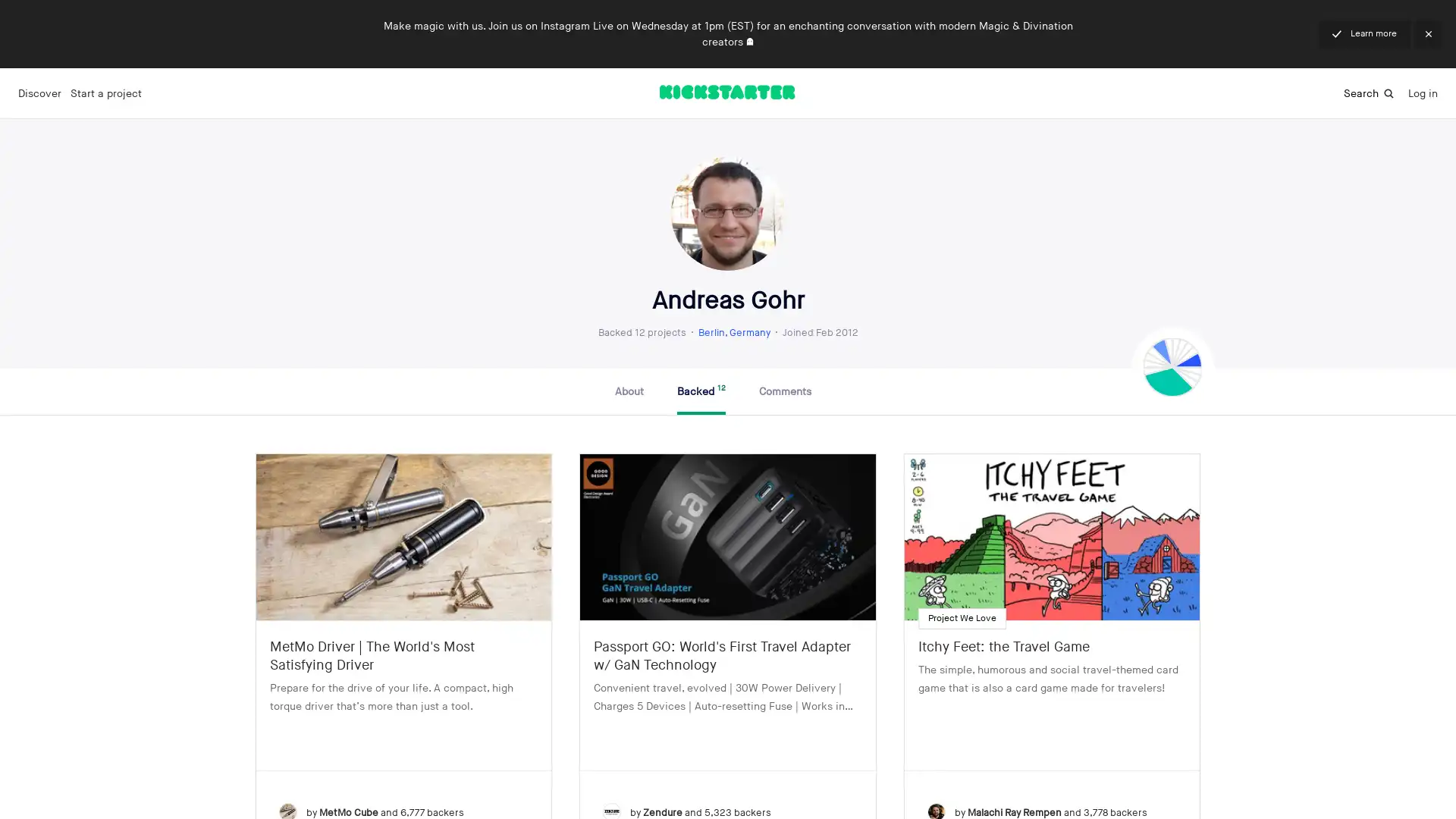 The image size is (1456, 819). I want to click on Search, so click(1369, 93).